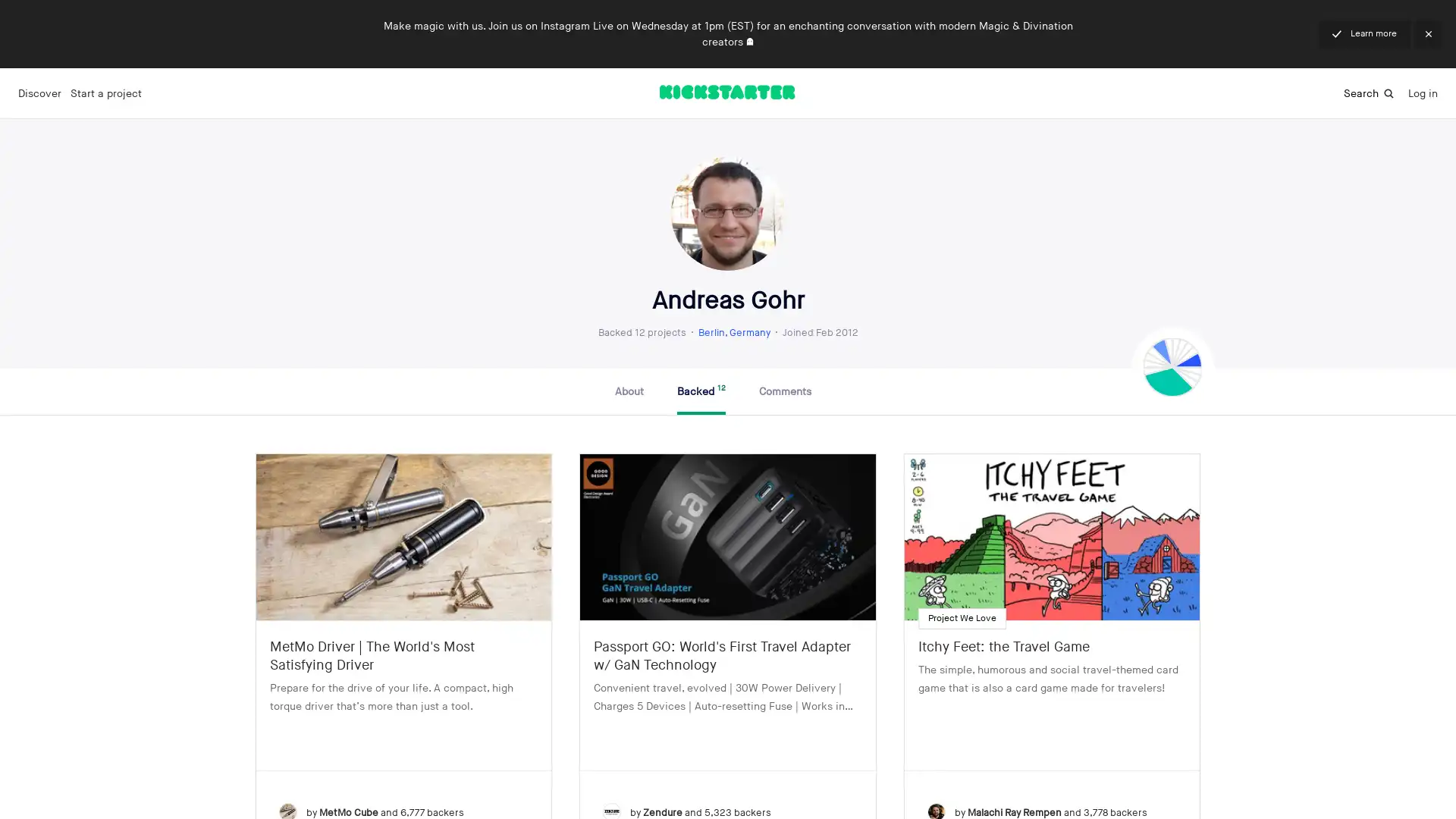 The image size is (1456, 819). I want to click on Search, so click(1369, 93).